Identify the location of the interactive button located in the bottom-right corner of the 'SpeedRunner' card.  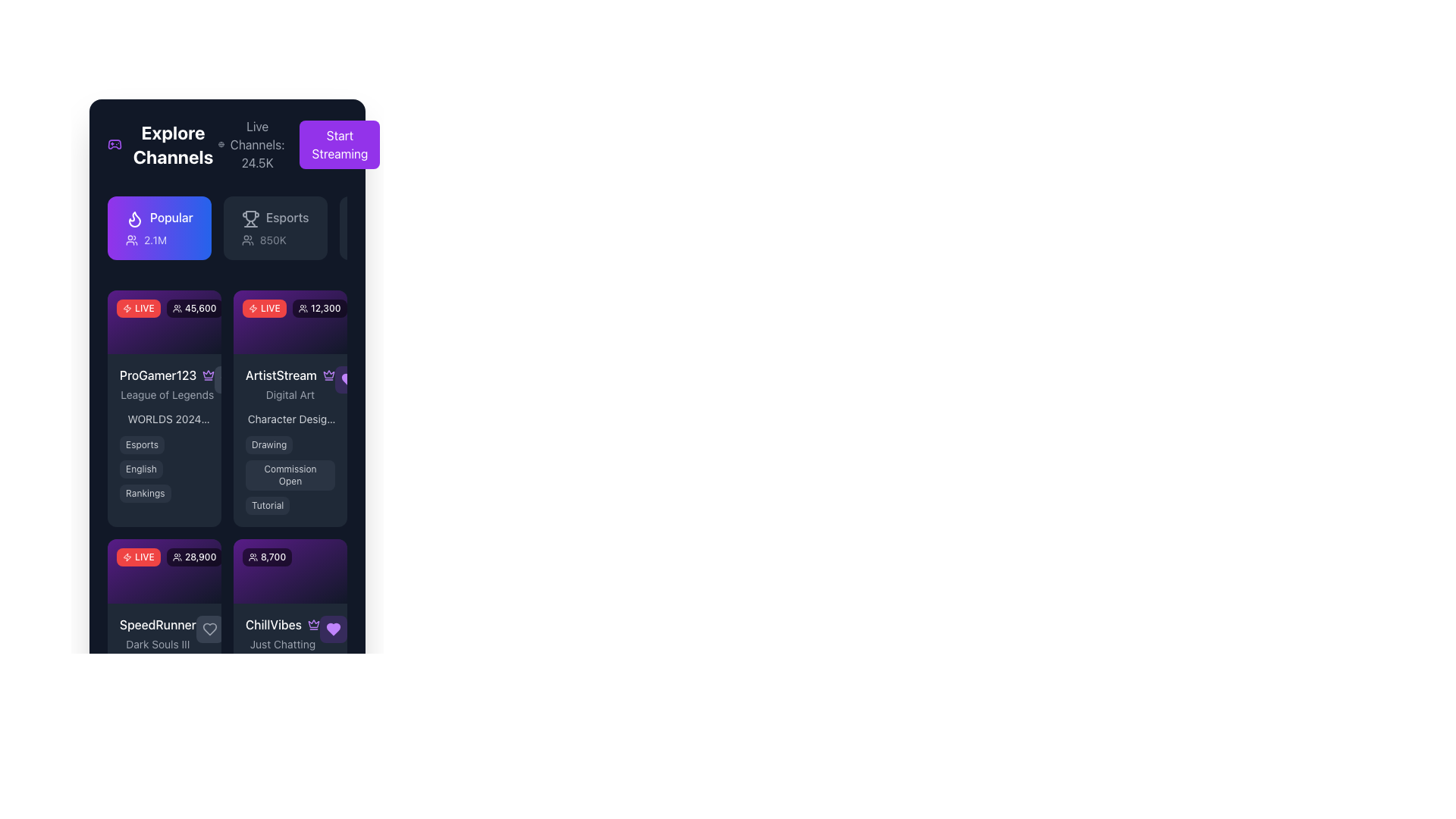
(209, 629).